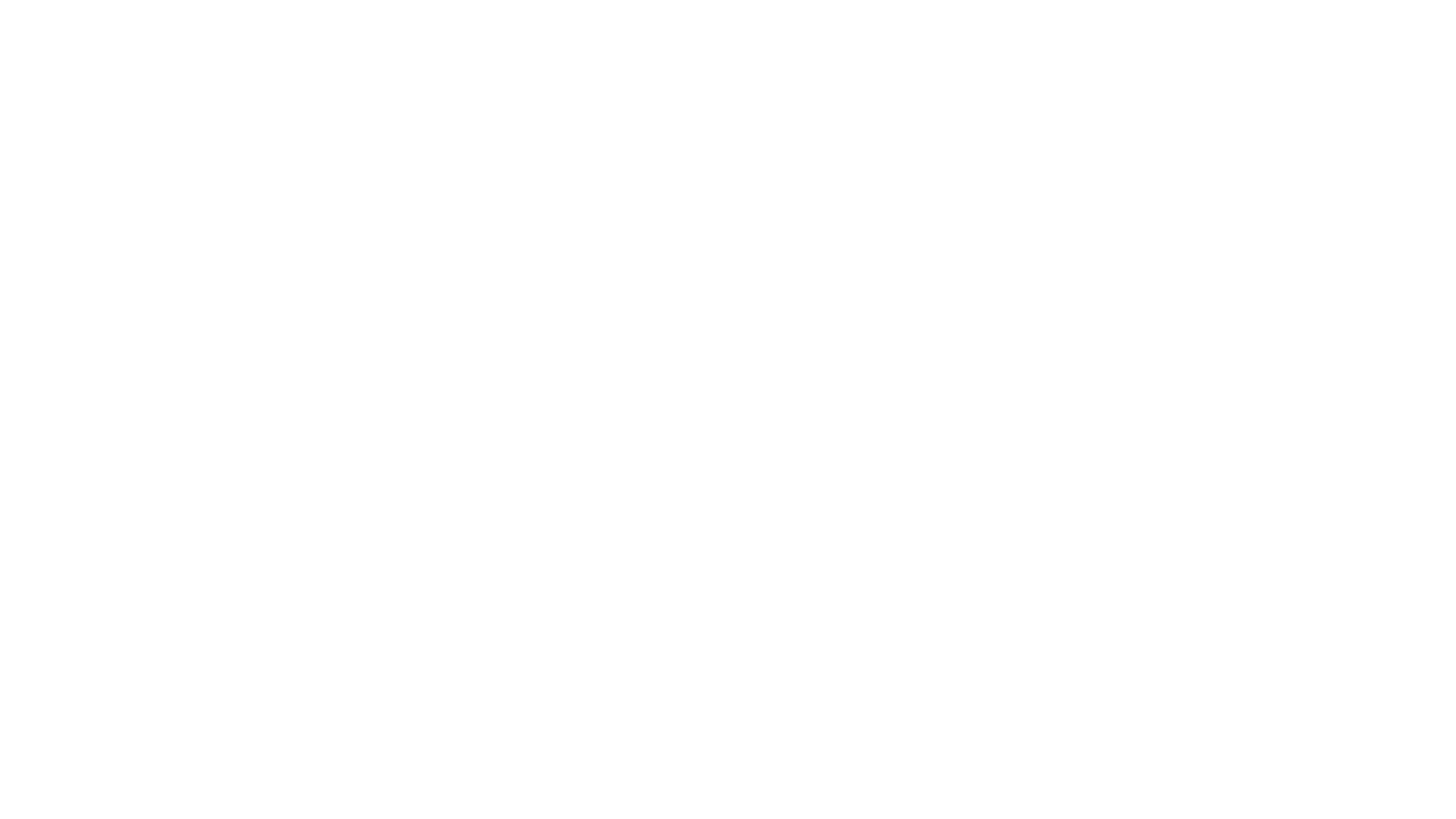 Image resolution: width=1456 pixels, height=819 pixels. I want to click on Play Episode 5: Naomi Clarke by No One Wants to Hear Your RPG Stories, so click(203, 321).